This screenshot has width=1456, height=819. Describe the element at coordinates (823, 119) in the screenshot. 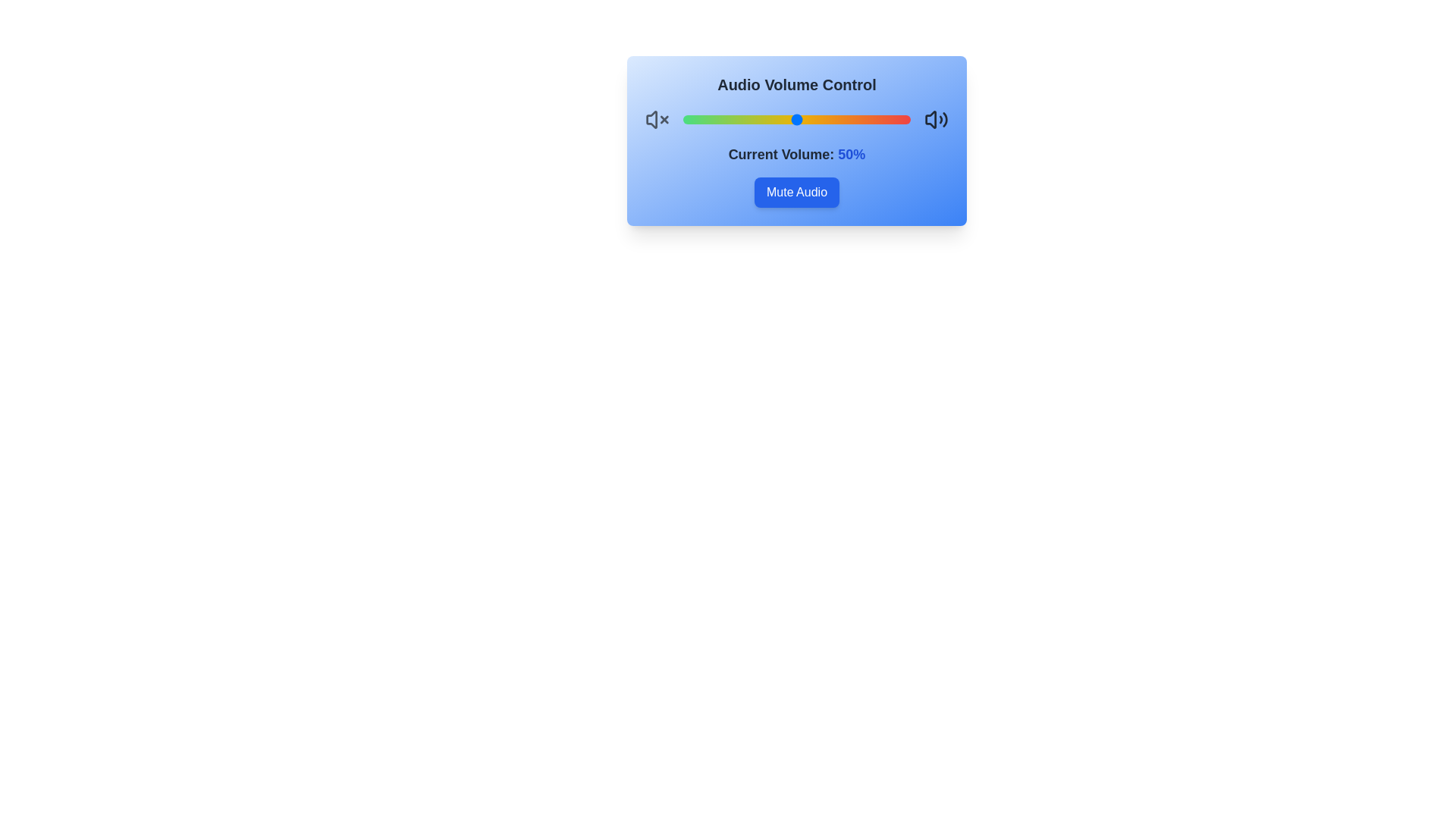

I see `the volume to 62%` at that location.